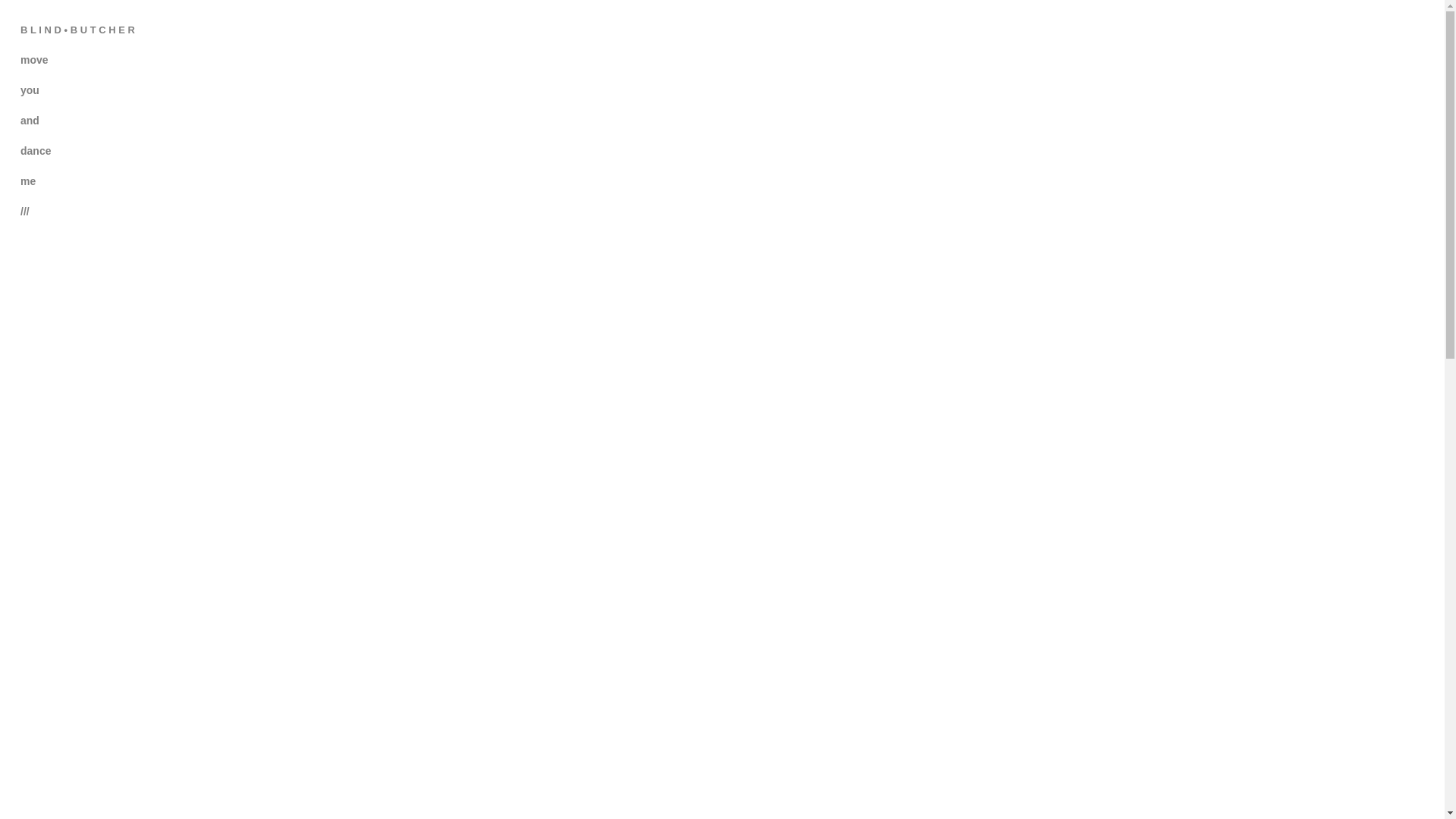 The width and height of the screenshot is (1456, 819). What do you see at coordinates (28, 180) in the screenshot?
I see `'me'` at bounding box center [28, 180].